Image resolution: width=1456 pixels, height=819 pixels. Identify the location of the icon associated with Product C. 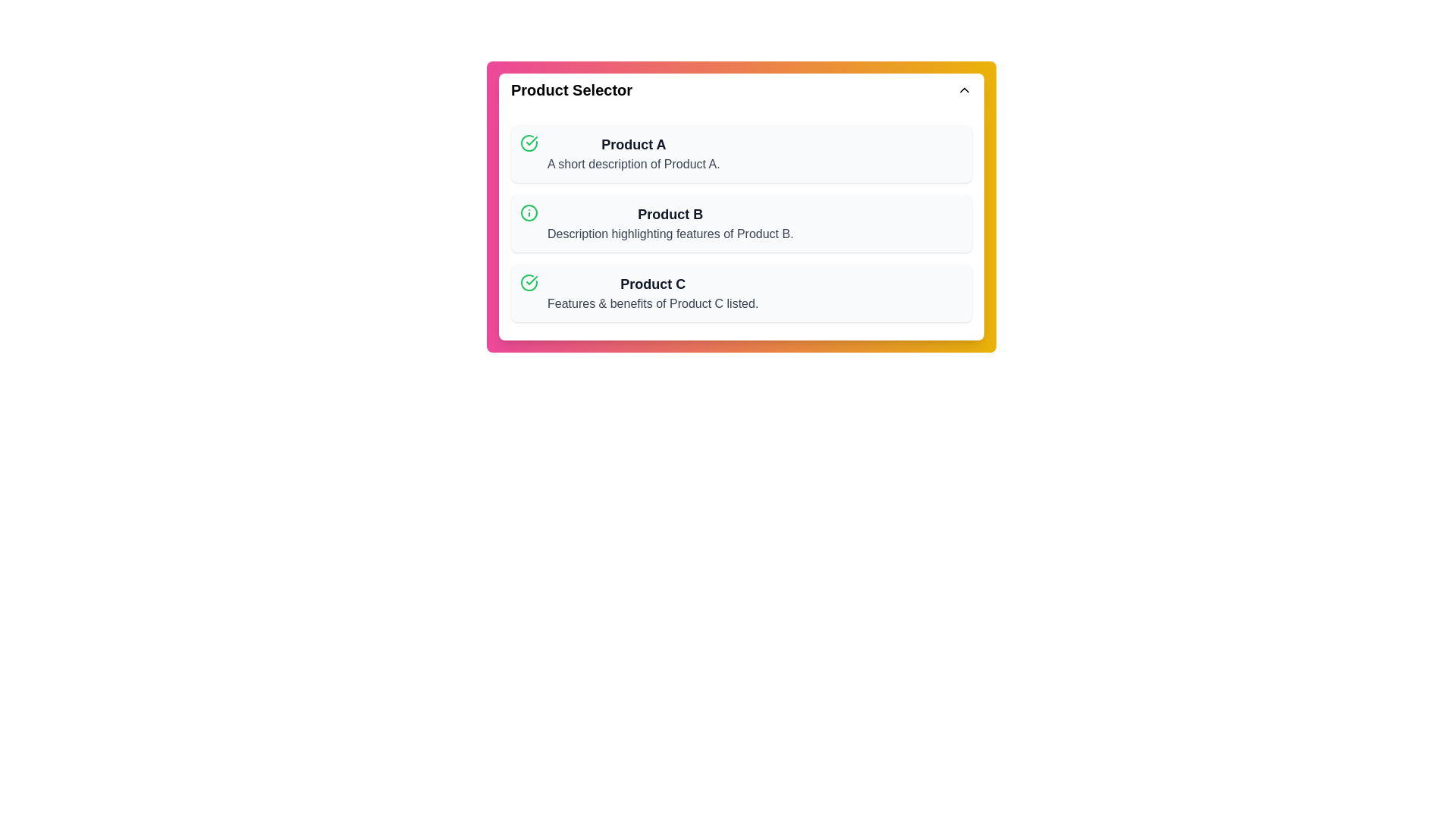
(529, 283).